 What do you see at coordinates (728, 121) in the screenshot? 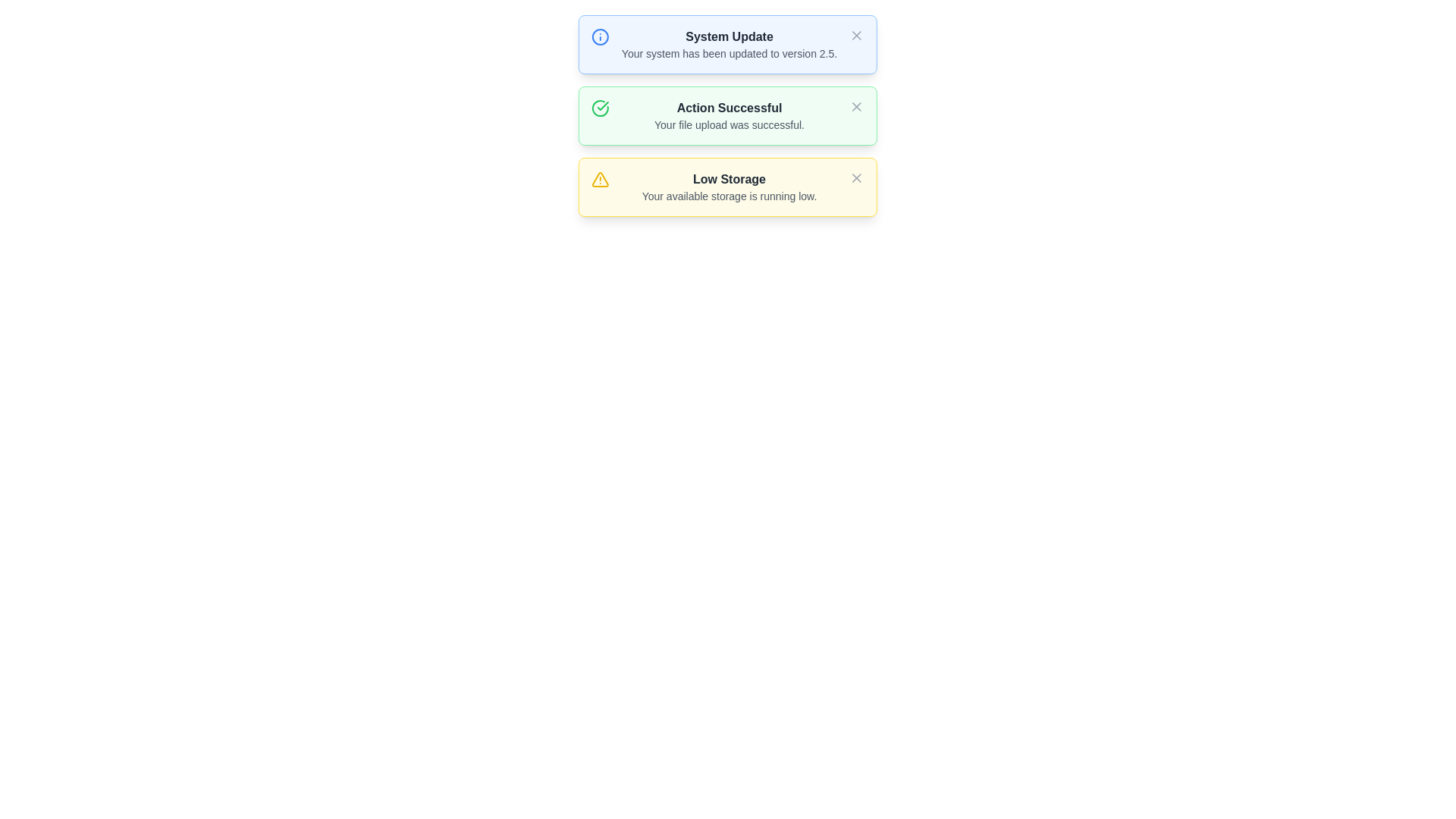
I see `the notification panel to trigger the hover effect` at bounding box center [728, 121].